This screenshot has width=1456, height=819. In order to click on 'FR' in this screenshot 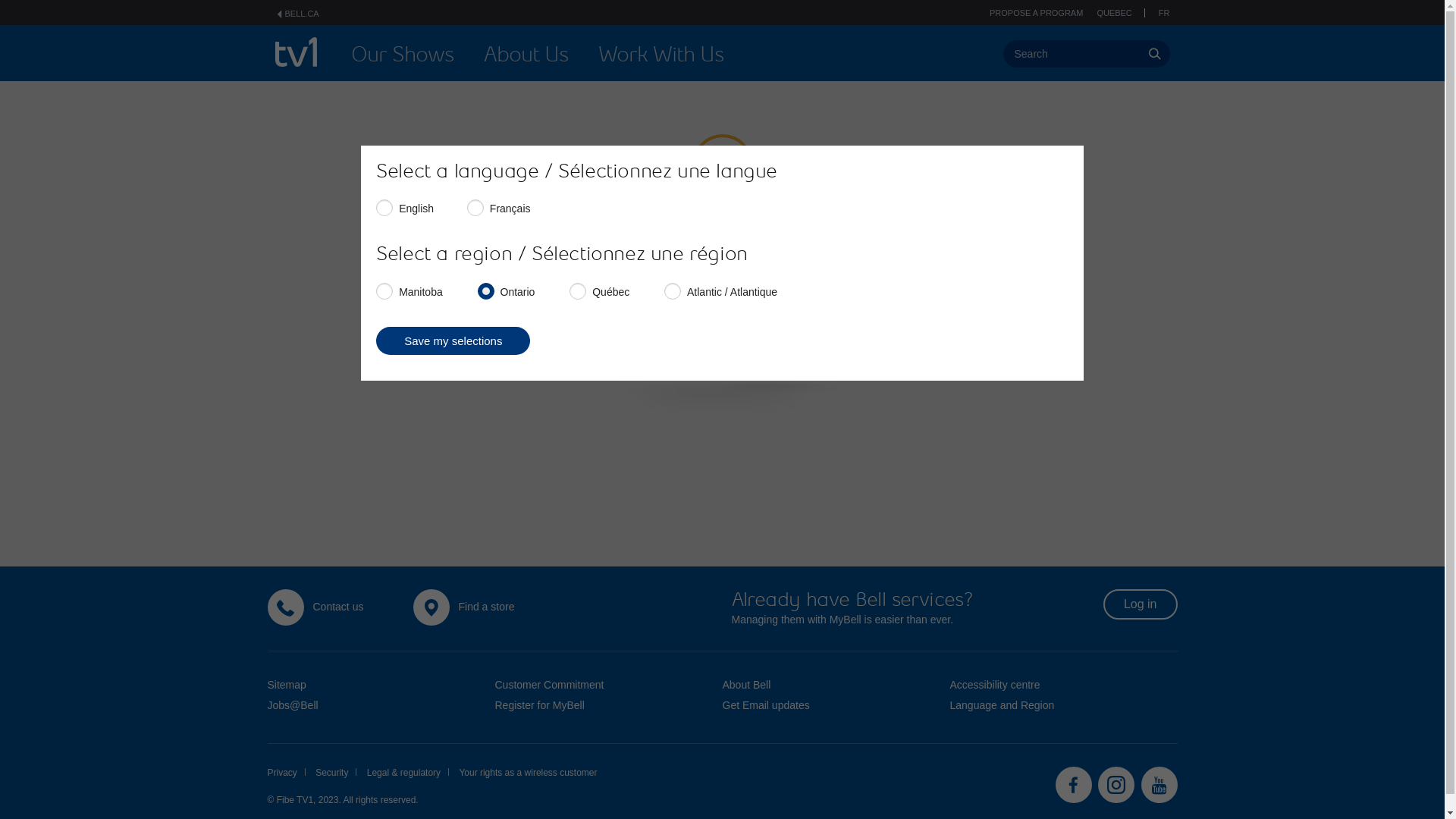, I will do `click(1163, 12)`.